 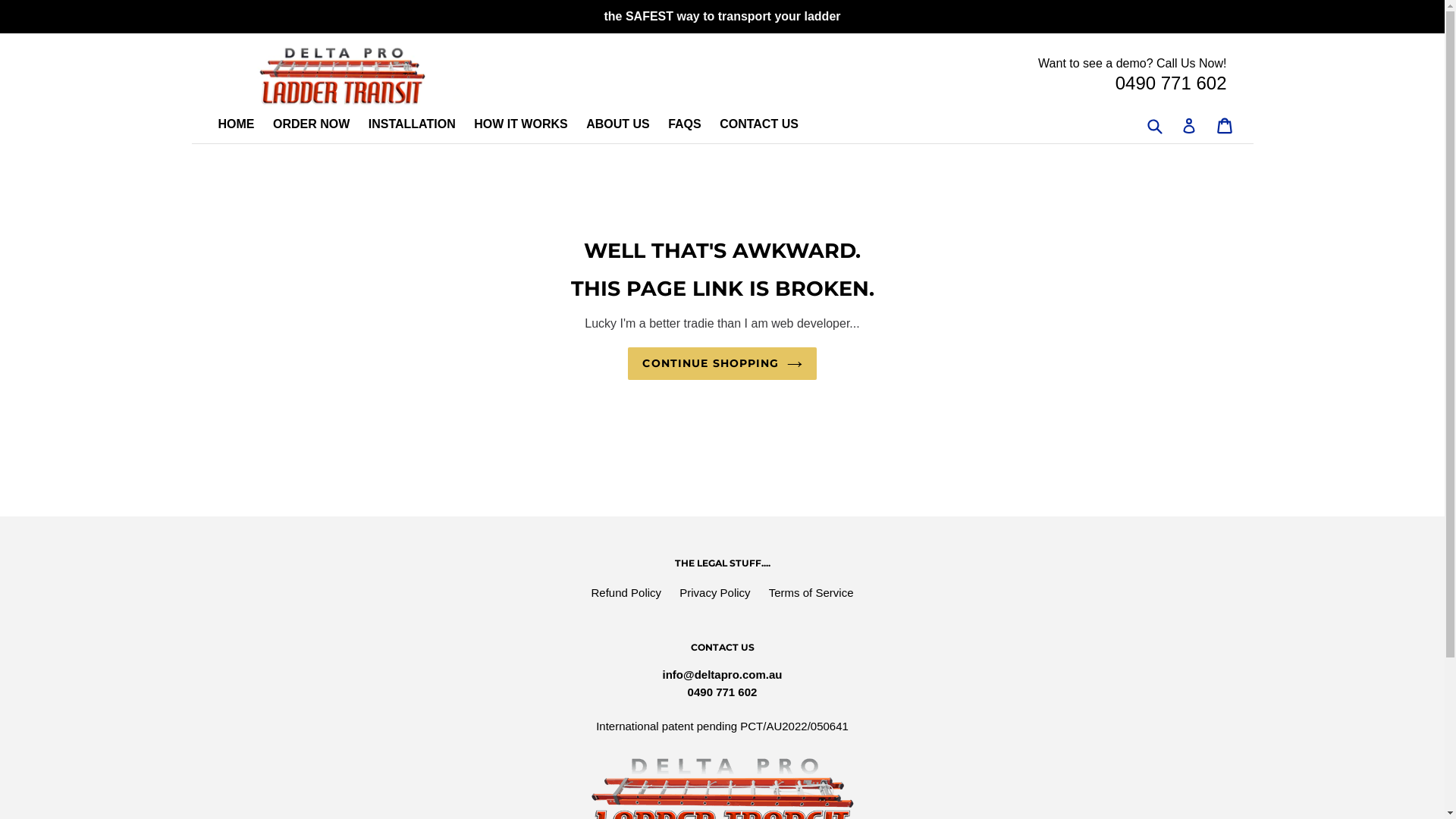 What do you see at coordinates (714, 591) in the screenshot?
I see `'Privacy Policy'` at bounding box center [714, 591].